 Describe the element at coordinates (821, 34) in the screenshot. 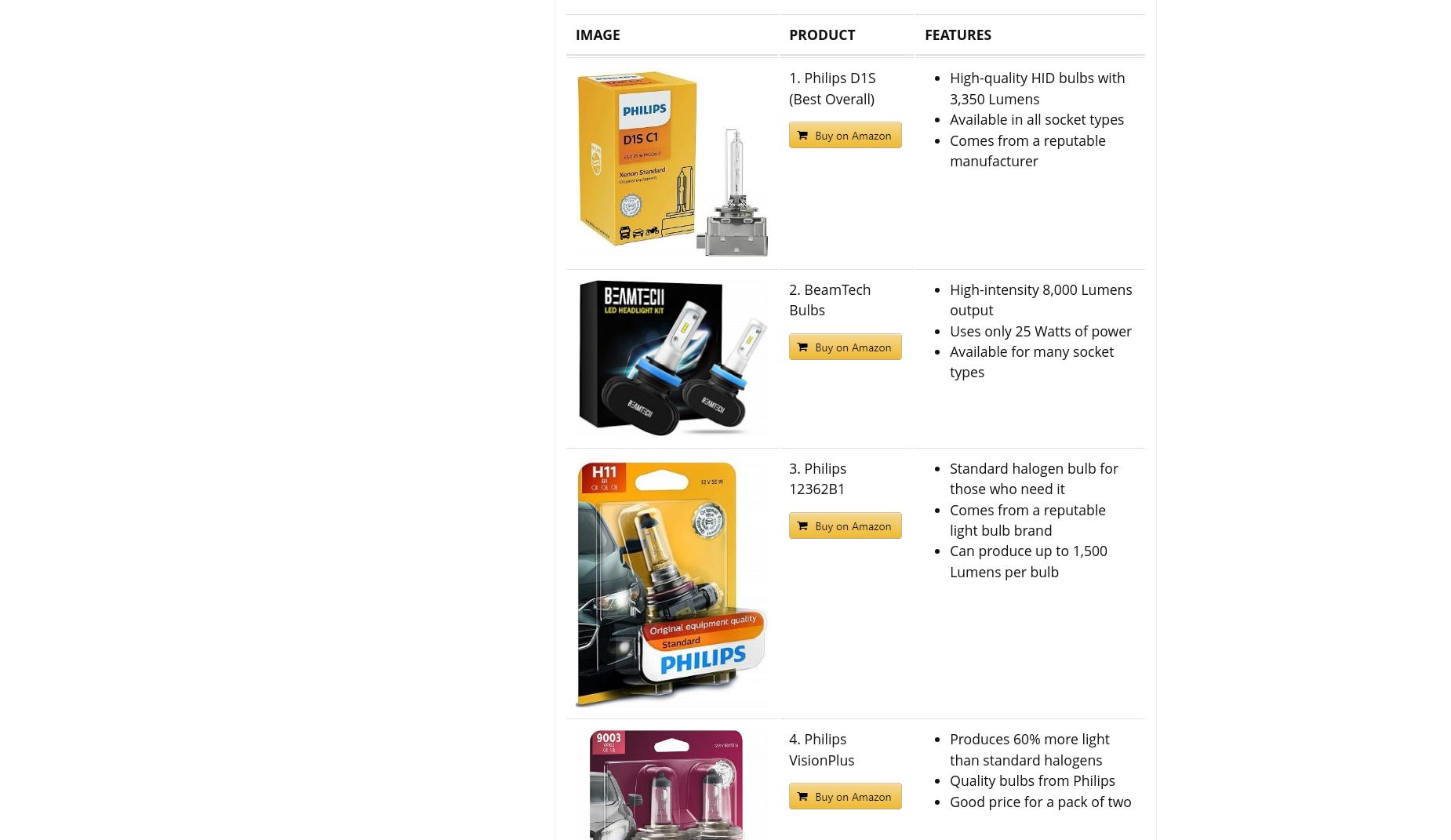

I see `'PRODUCT'` at that location.